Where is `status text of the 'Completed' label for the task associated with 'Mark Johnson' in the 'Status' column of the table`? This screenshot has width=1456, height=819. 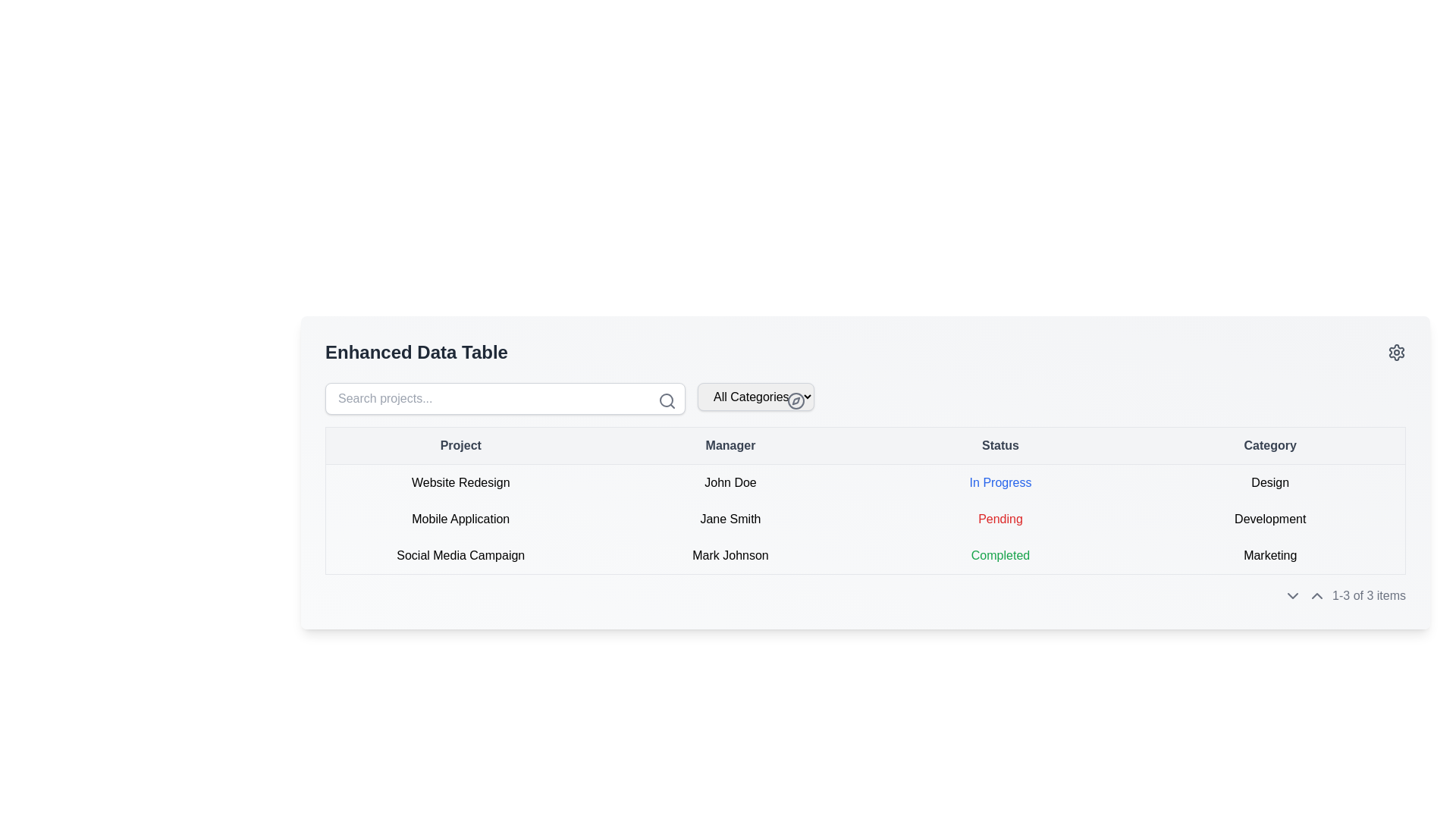
status text of the 'Completed' label for the task associated with 'Mark Johnson' in the 'Status' column of the table is located at coordinates (1000, 555).